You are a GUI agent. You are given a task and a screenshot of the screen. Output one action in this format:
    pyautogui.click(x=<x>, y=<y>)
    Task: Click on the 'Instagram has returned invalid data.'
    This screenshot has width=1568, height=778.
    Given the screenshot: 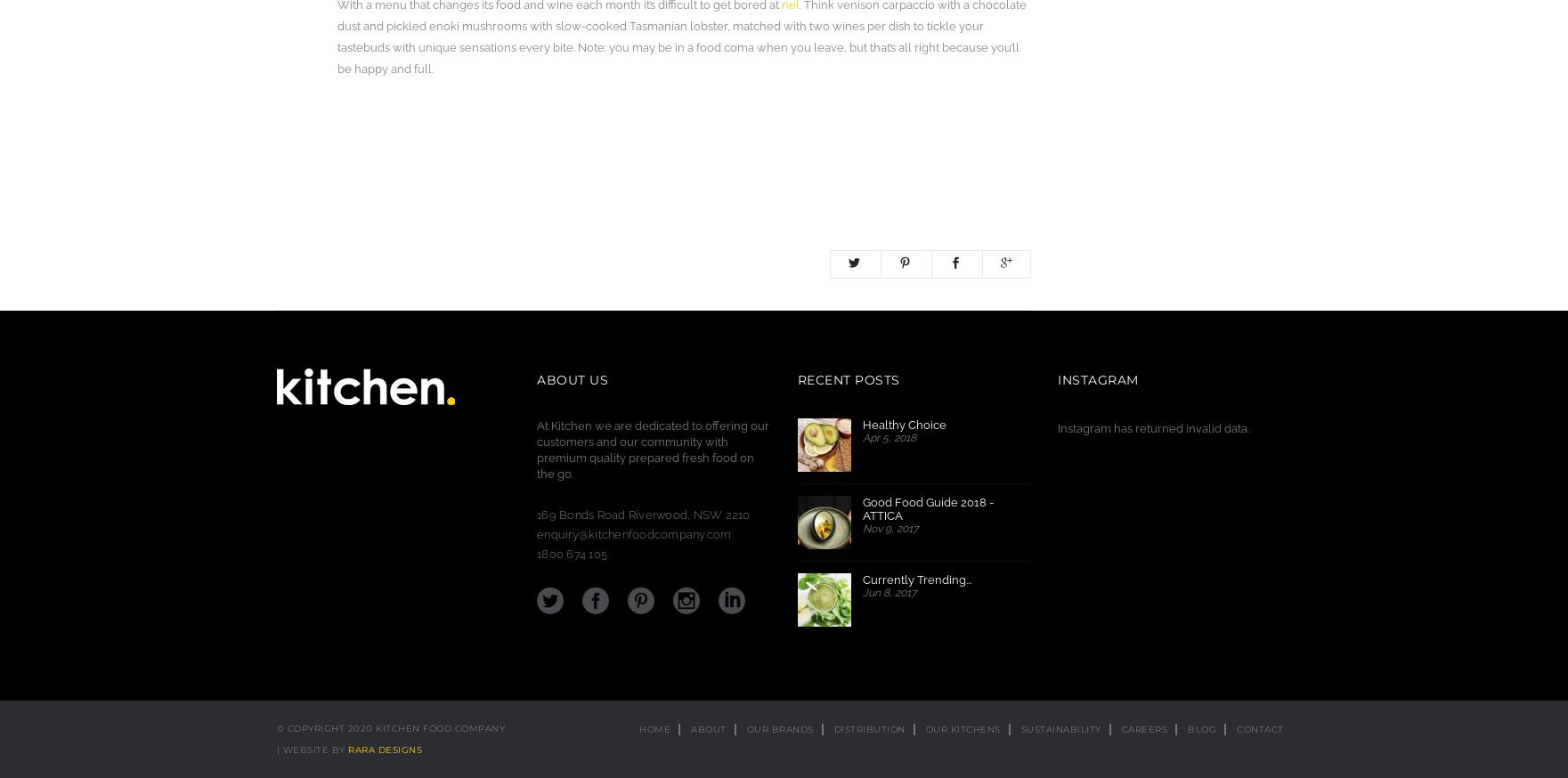 What is the action you would take?
    pyautogui.click(x=1153, y=427)
    